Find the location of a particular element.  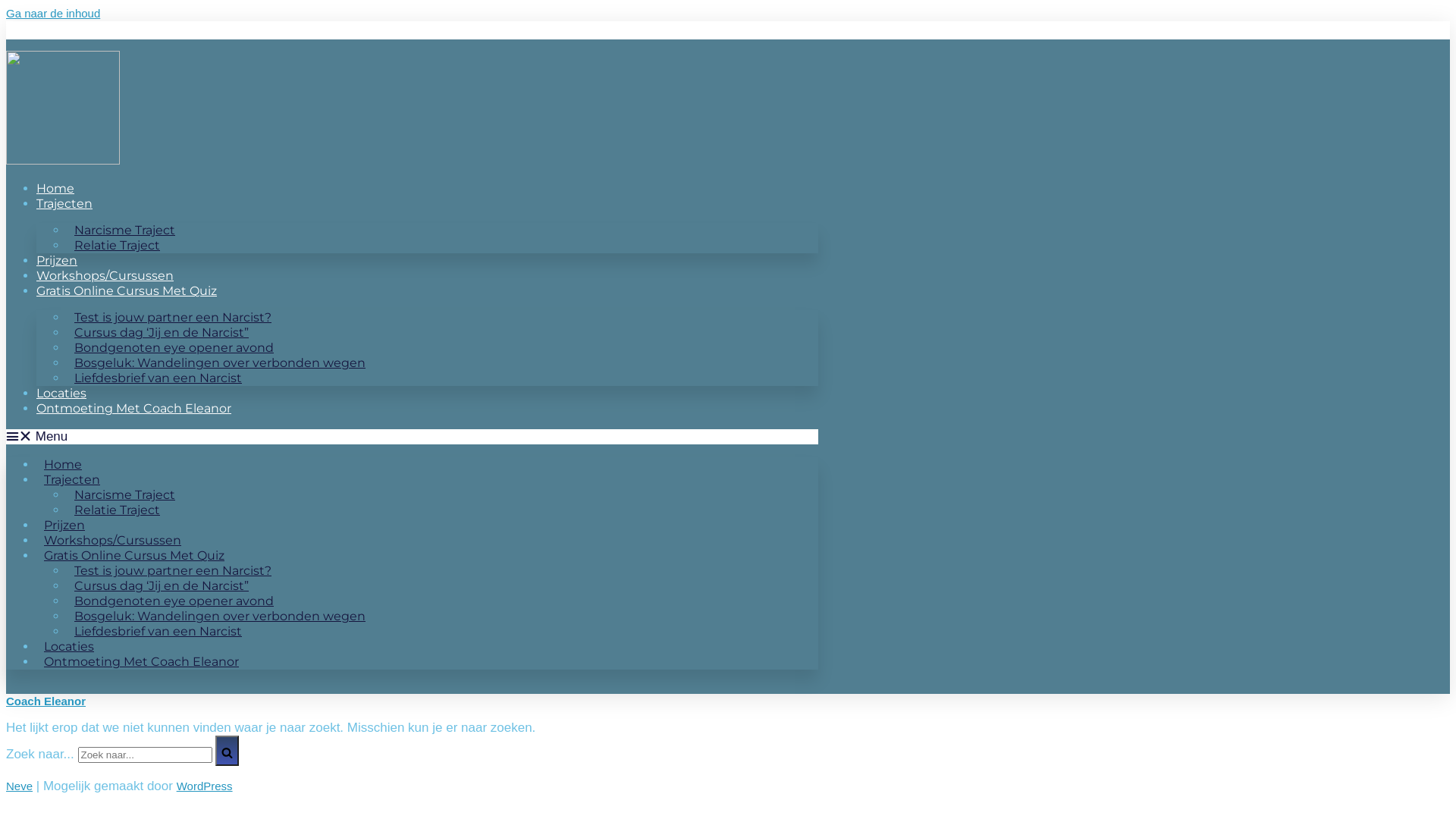

'Home' is located at coordinates (55, 187).